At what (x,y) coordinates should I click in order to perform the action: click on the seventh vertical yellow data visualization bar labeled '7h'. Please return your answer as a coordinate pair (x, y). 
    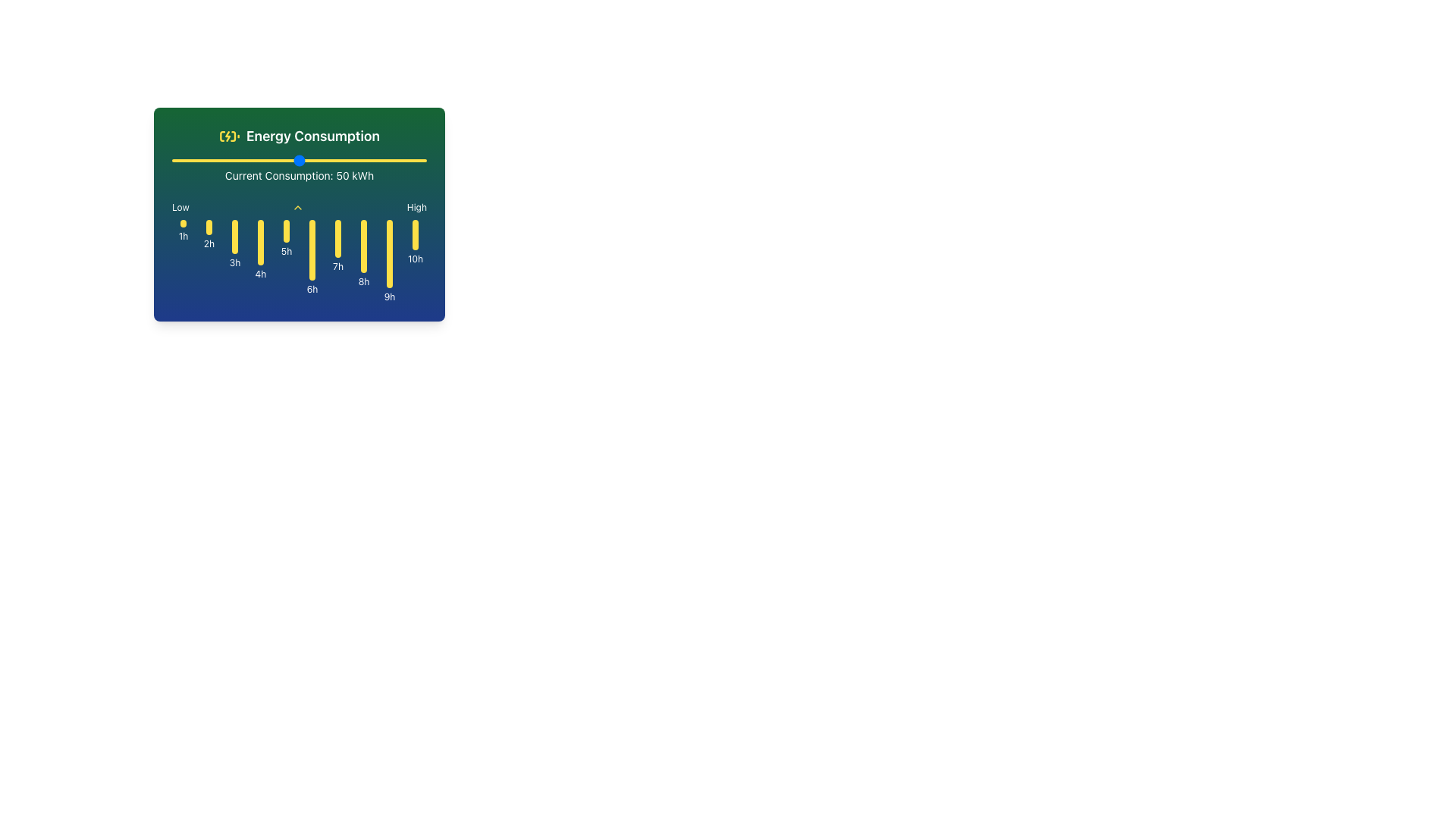
    Looking at the image, I should click on (337, 260).